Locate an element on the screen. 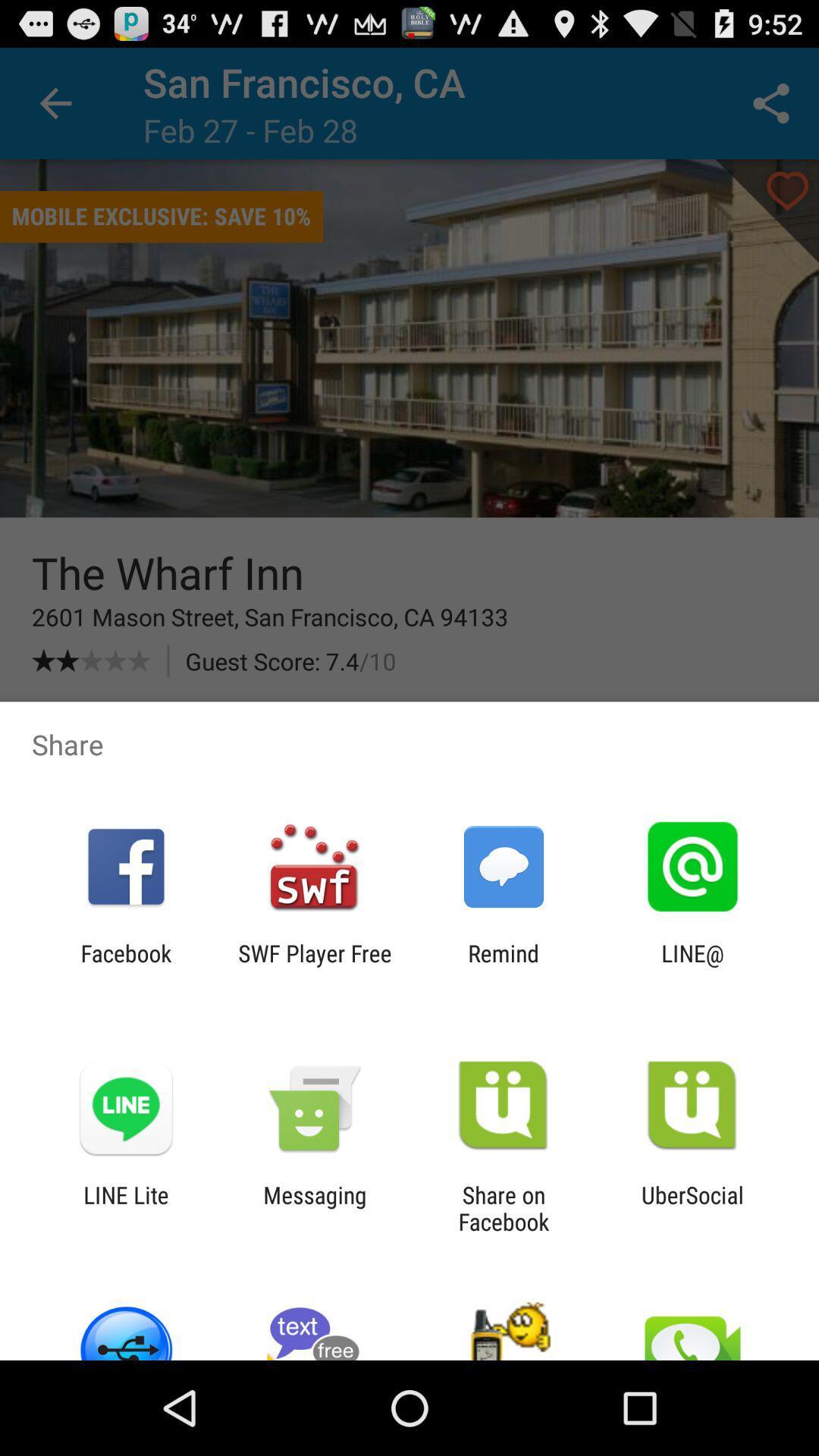  swf player free icon is located at coordinates (314, 966).